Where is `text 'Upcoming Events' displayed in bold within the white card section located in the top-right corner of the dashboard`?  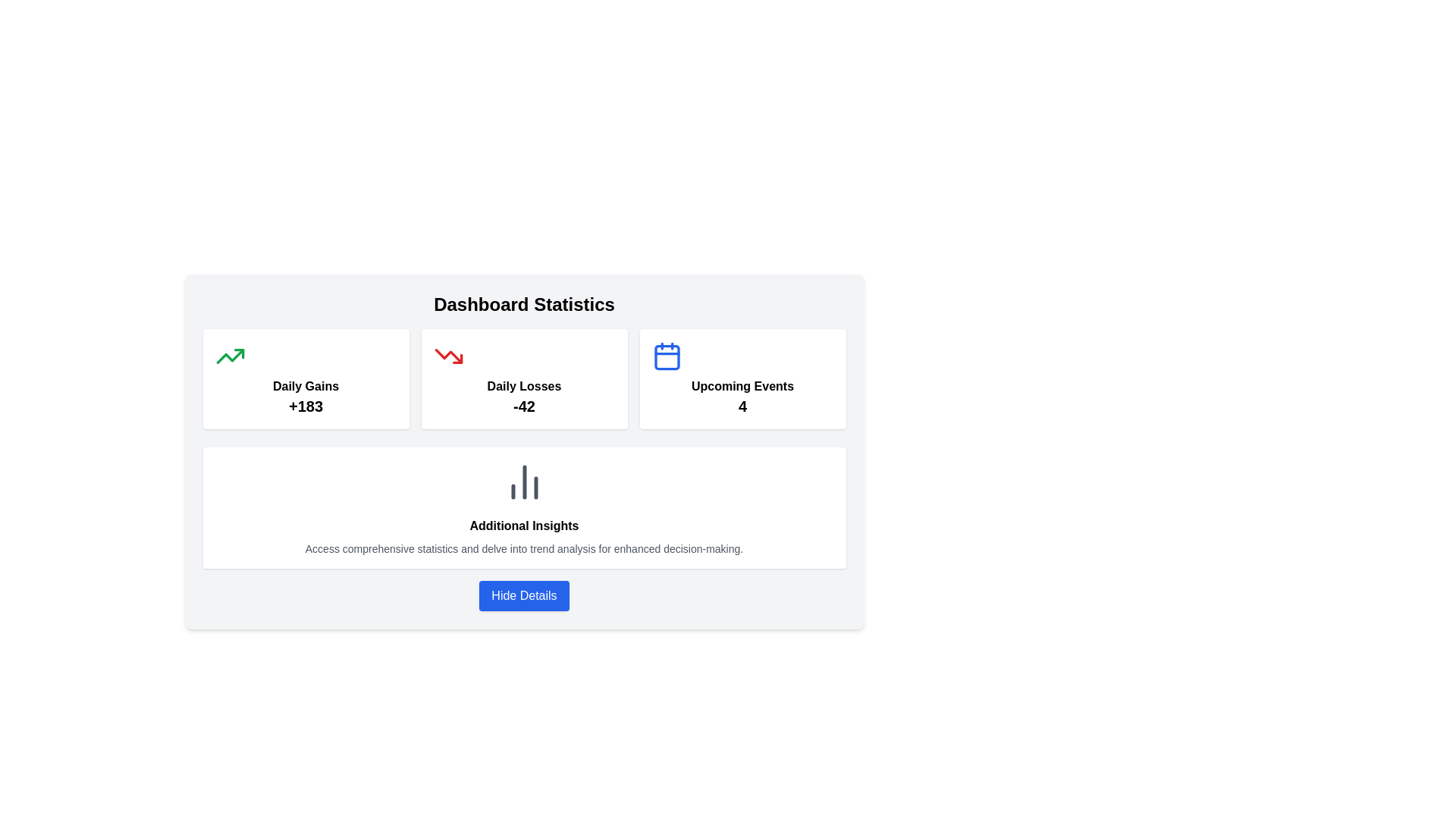 text 'Upcoming Events' displayed in bold within the white card section located in the top-right corner of the dashboard is located at coordinates (742, 385).